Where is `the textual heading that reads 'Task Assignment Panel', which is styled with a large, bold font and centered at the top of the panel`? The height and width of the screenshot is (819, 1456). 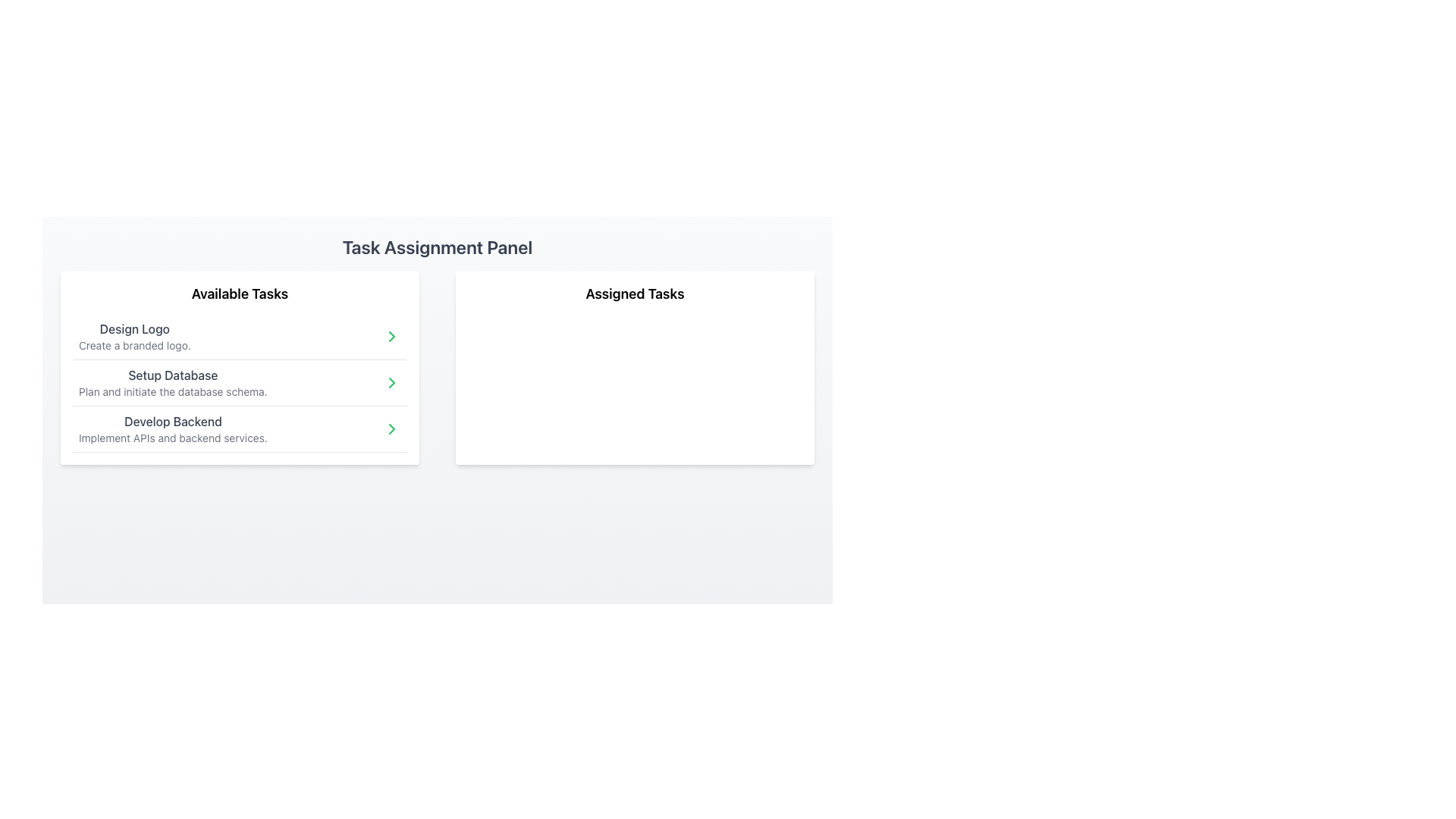 the textual heading that reads 'Task Assignment Panel', which is styled with a large, bold font and centered at the top of the panel is located at coordinates (436, 246).